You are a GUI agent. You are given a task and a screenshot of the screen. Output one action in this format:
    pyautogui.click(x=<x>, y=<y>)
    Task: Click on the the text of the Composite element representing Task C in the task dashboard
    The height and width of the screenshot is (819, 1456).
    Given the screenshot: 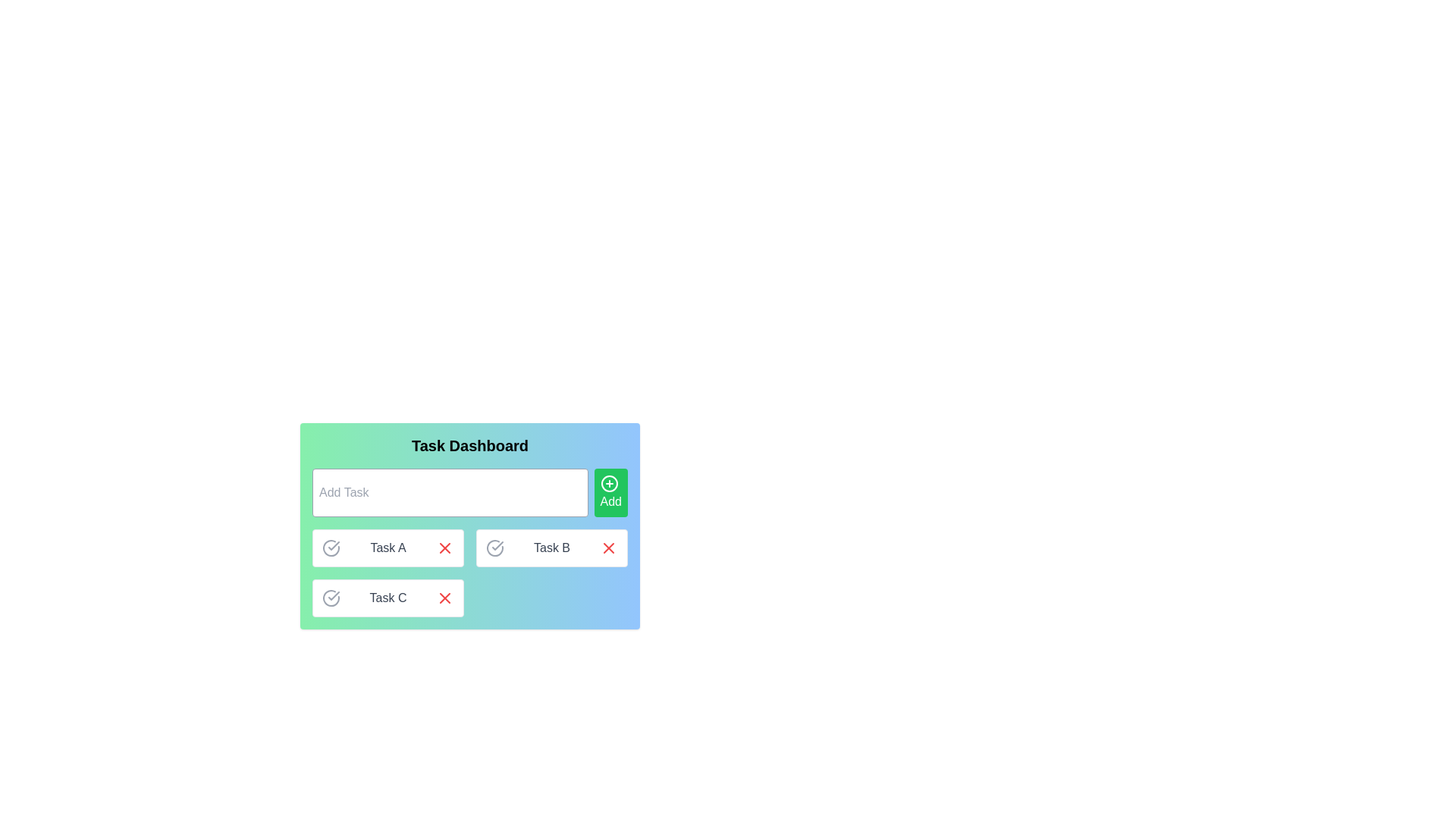 What is the action you would take?
    pyautogui.click(x=388, y=598)
    